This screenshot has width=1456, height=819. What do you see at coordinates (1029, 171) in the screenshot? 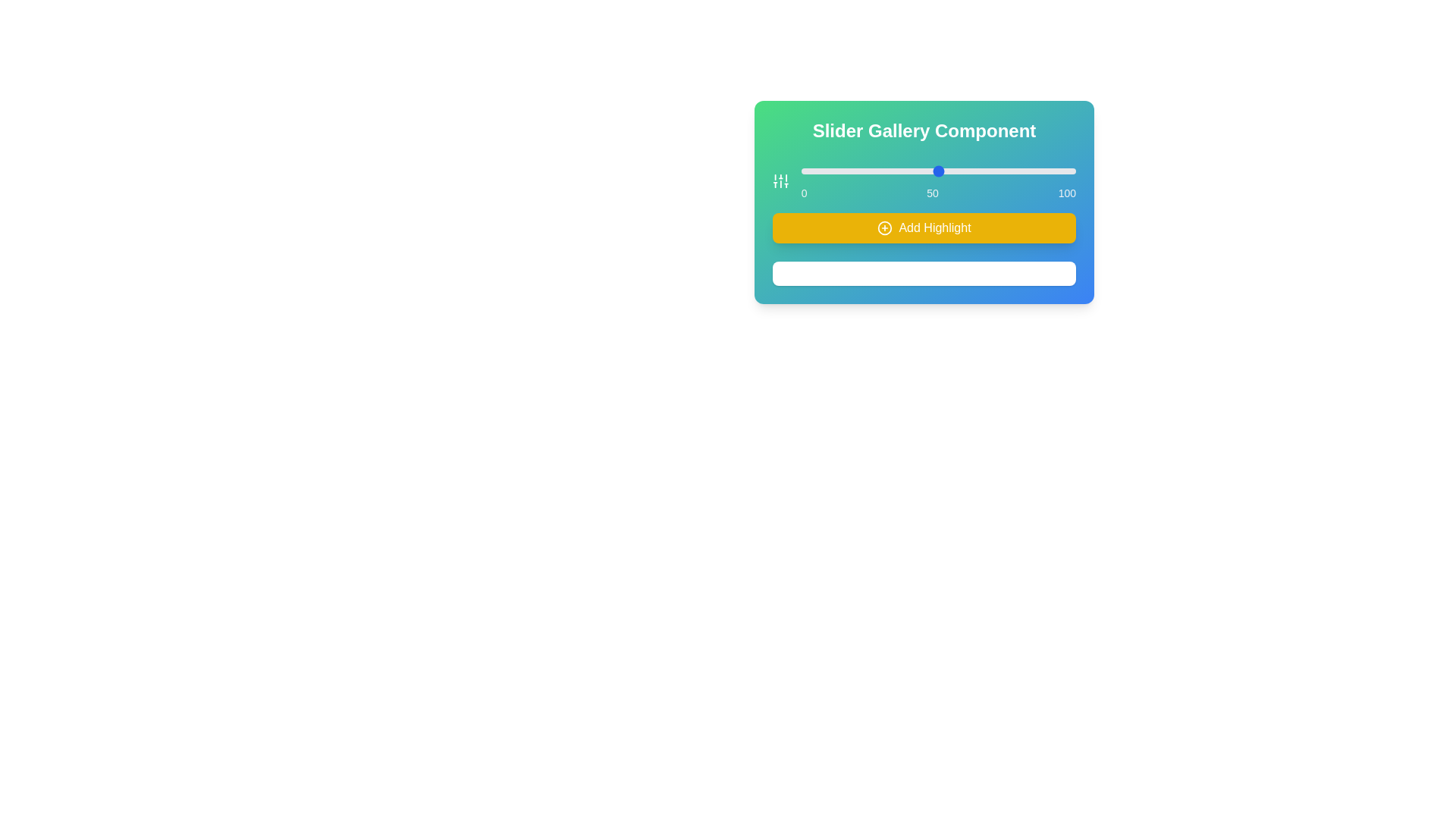
I see `the slider value` at bounding box center [1029, 171].